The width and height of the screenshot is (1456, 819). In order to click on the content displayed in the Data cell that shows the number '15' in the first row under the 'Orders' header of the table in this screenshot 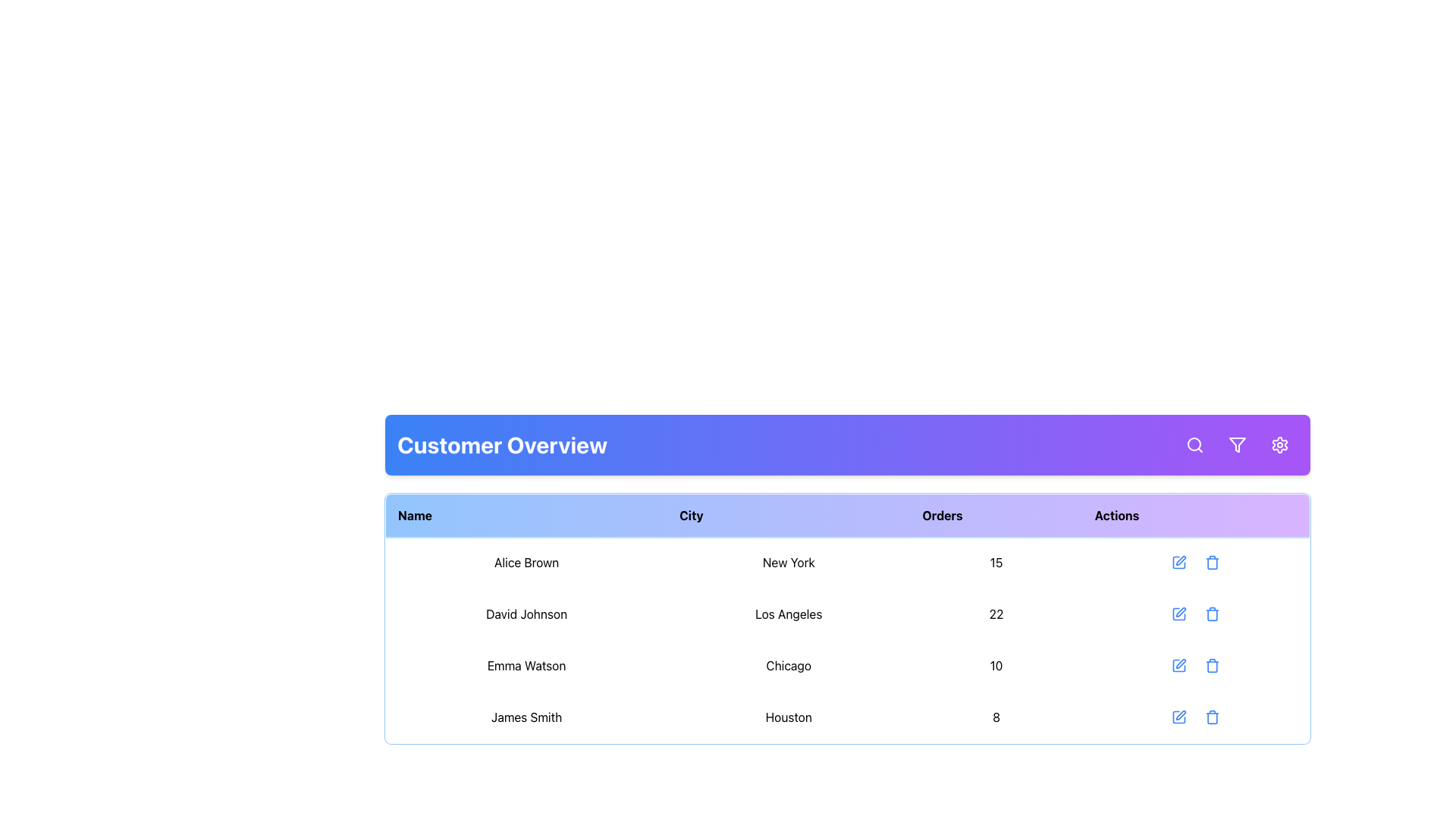, I will do `click(996, 562)`.